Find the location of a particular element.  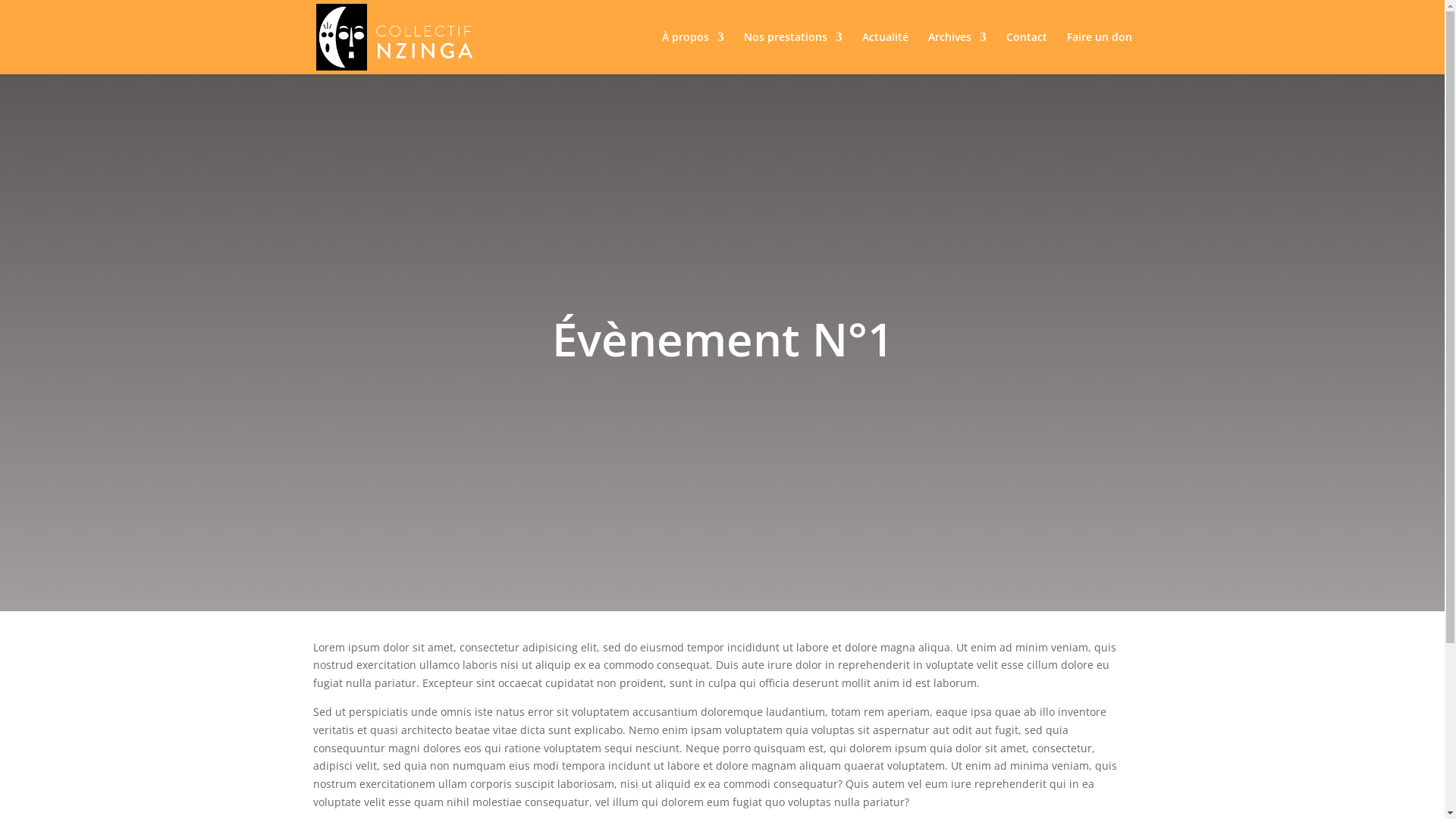

'Nos prestations' is located at coordinates (792, 52).